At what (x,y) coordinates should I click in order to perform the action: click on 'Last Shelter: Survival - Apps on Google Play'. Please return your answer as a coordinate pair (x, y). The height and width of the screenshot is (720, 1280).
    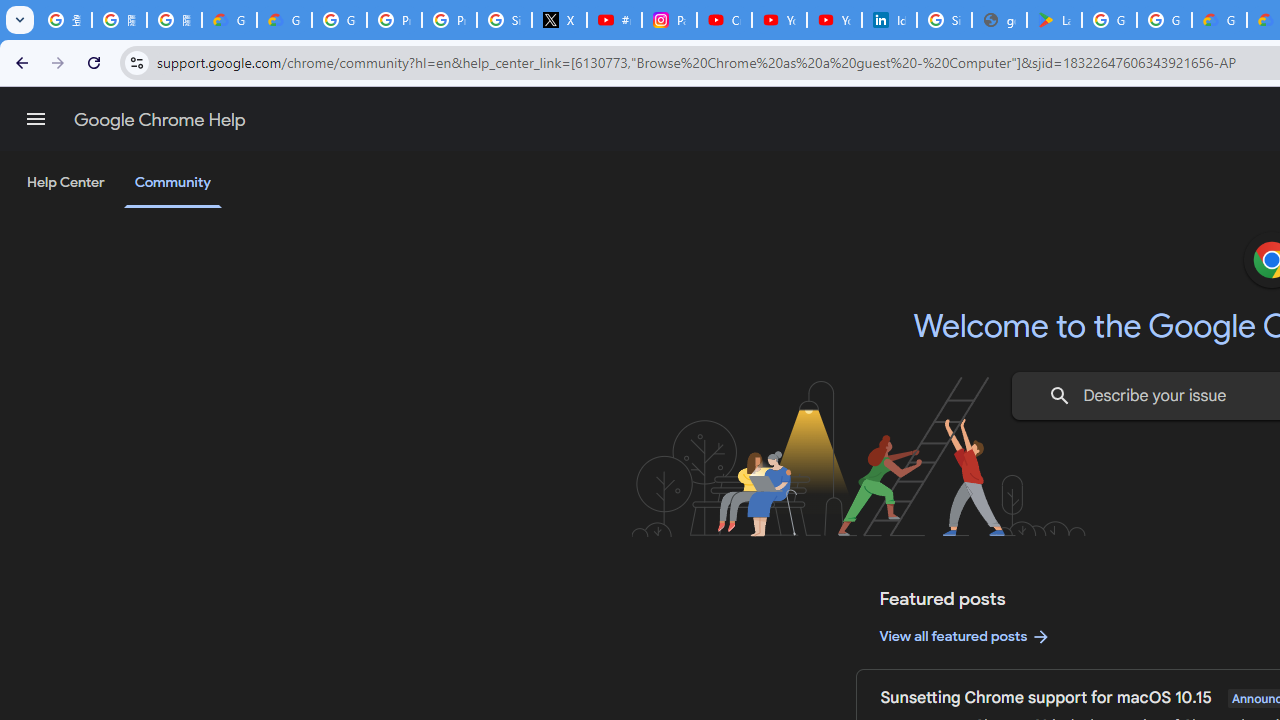
    Looking at the image, I should click on (1053, 20).